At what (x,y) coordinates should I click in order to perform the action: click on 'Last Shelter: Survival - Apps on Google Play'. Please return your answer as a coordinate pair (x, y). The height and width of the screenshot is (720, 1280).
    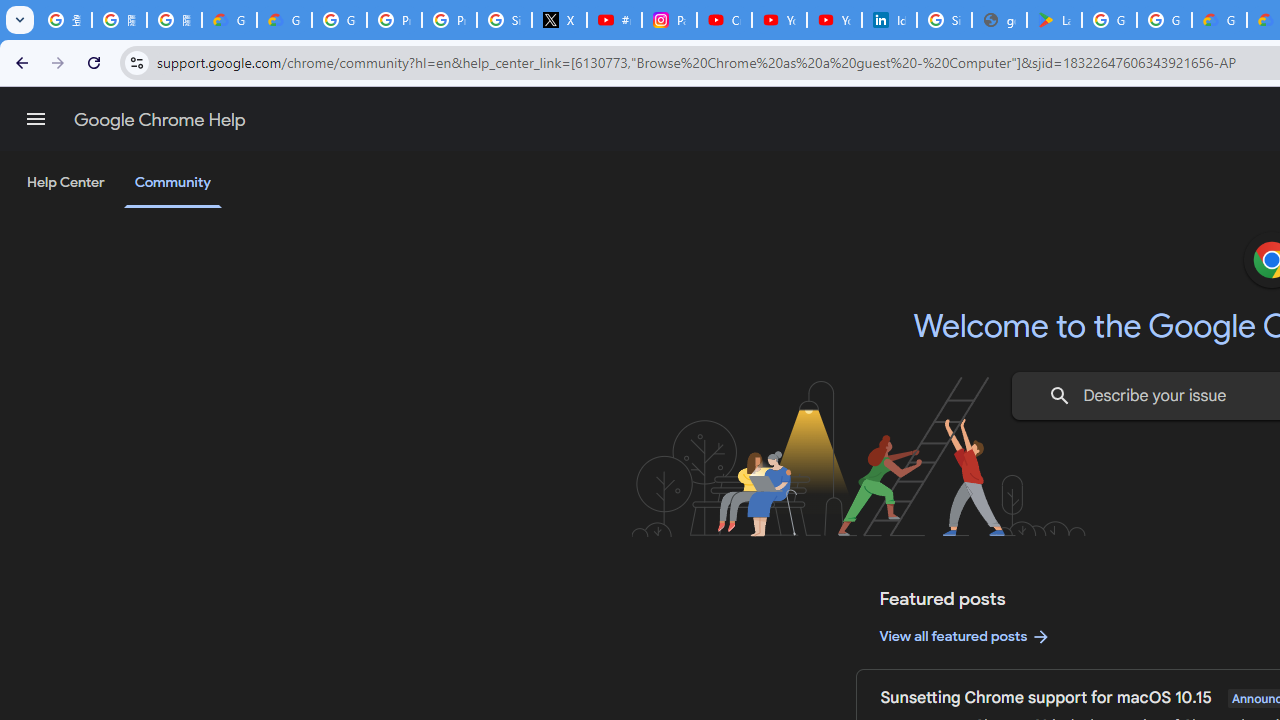
    Looking at the image, I should click on (1053, 20).